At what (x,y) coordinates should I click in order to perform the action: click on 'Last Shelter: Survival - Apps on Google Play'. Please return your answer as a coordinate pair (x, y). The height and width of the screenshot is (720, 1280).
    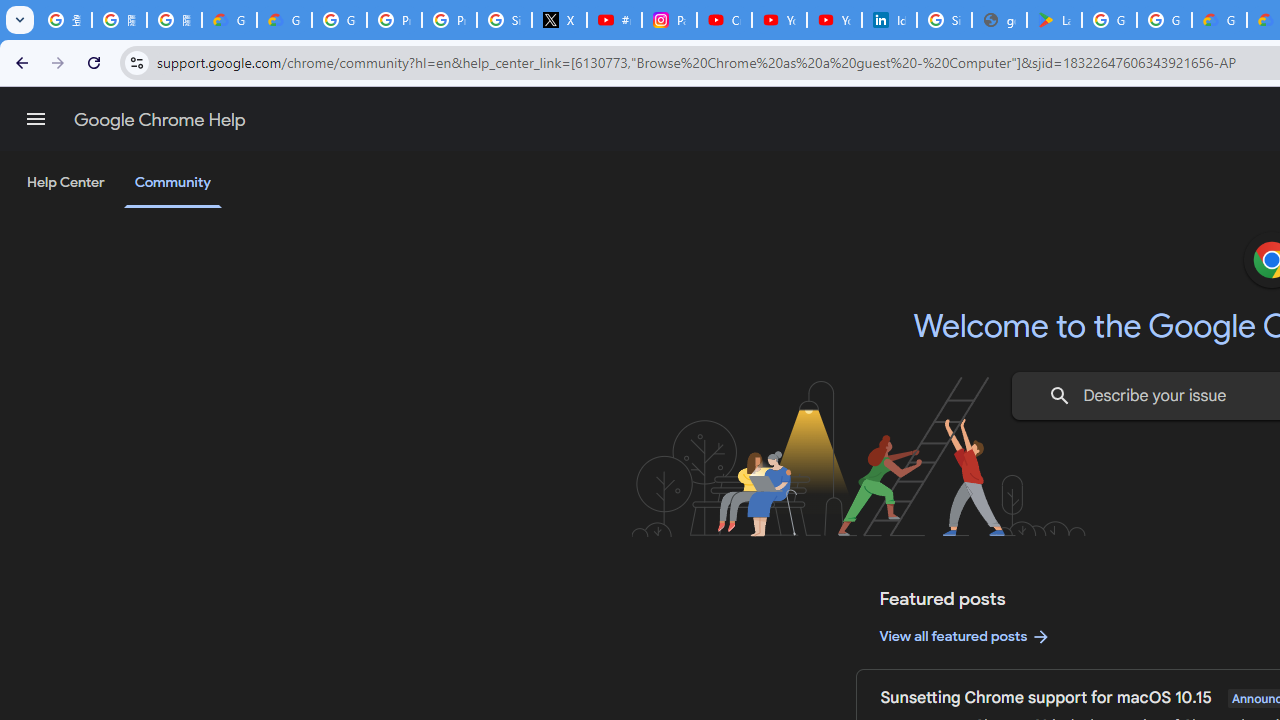
    Looking at the image, I should click on (1053, 20).